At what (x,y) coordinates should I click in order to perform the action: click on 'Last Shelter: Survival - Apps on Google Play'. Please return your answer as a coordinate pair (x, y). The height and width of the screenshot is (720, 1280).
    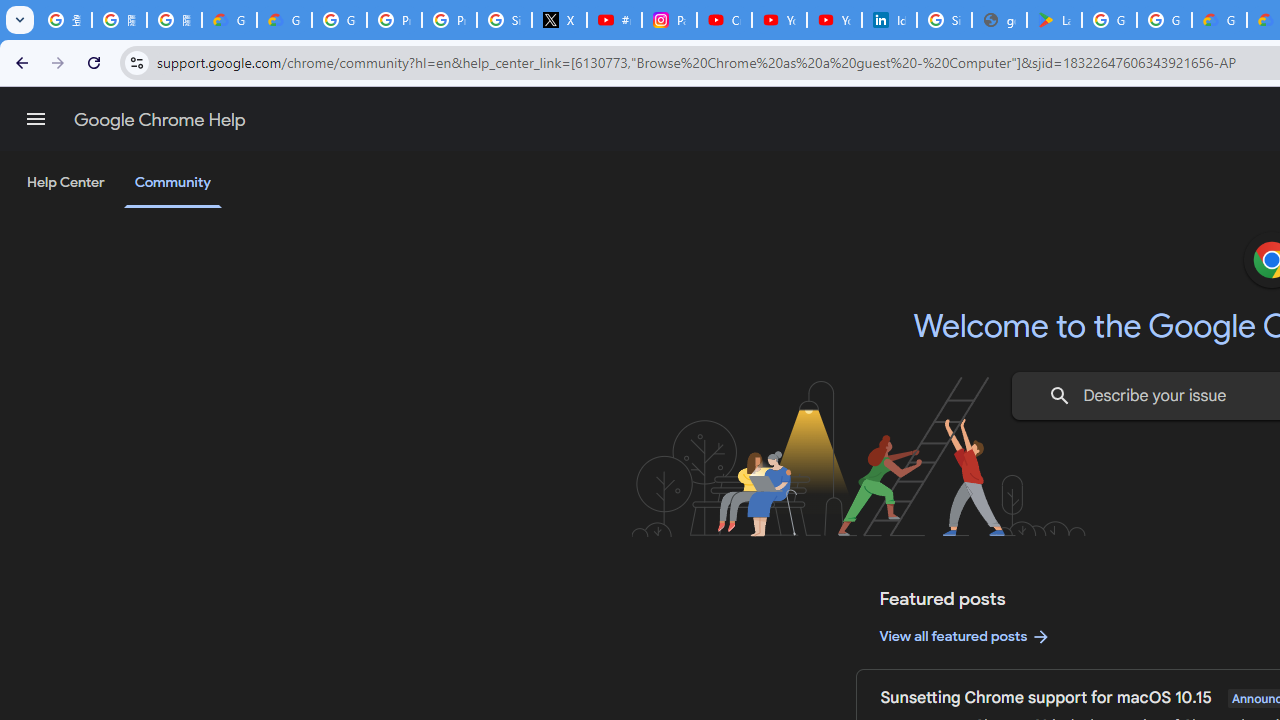
    Looking at the image, I should click on (1053, 20).